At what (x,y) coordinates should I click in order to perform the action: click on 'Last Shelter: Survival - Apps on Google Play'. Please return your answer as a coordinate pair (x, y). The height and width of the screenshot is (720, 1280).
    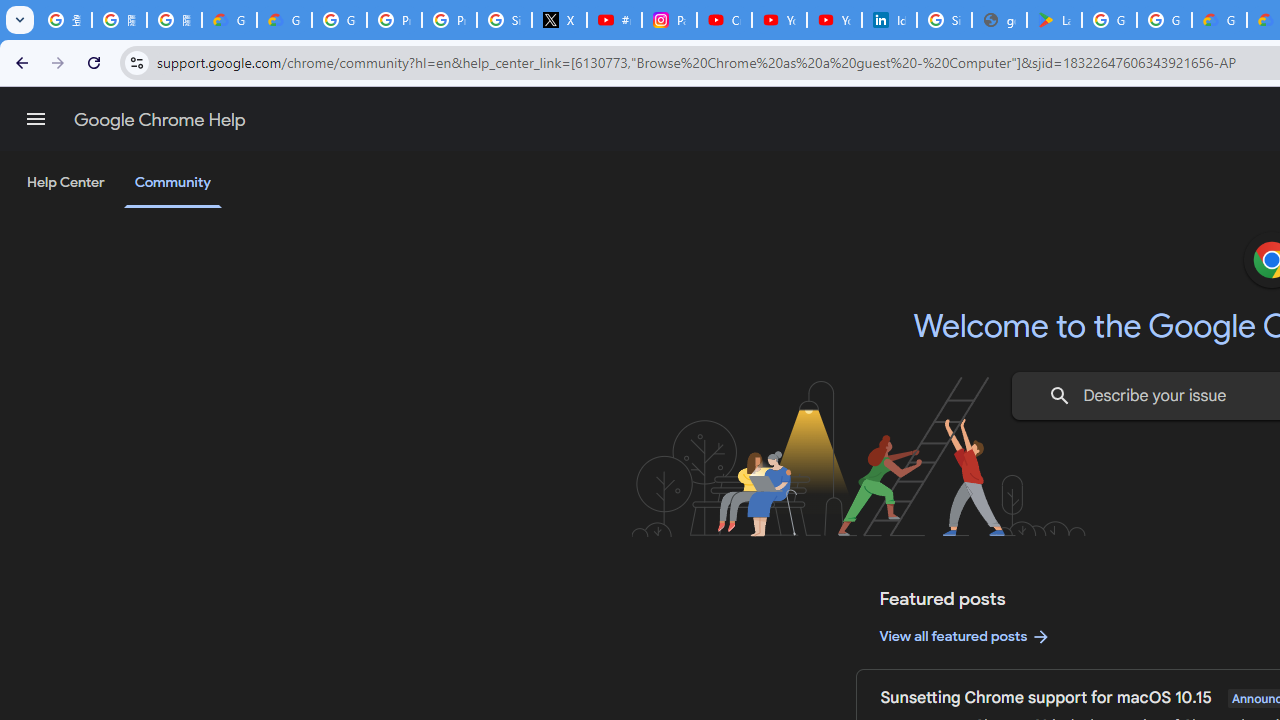
    Looking at the image, I should click on (1053, 20).